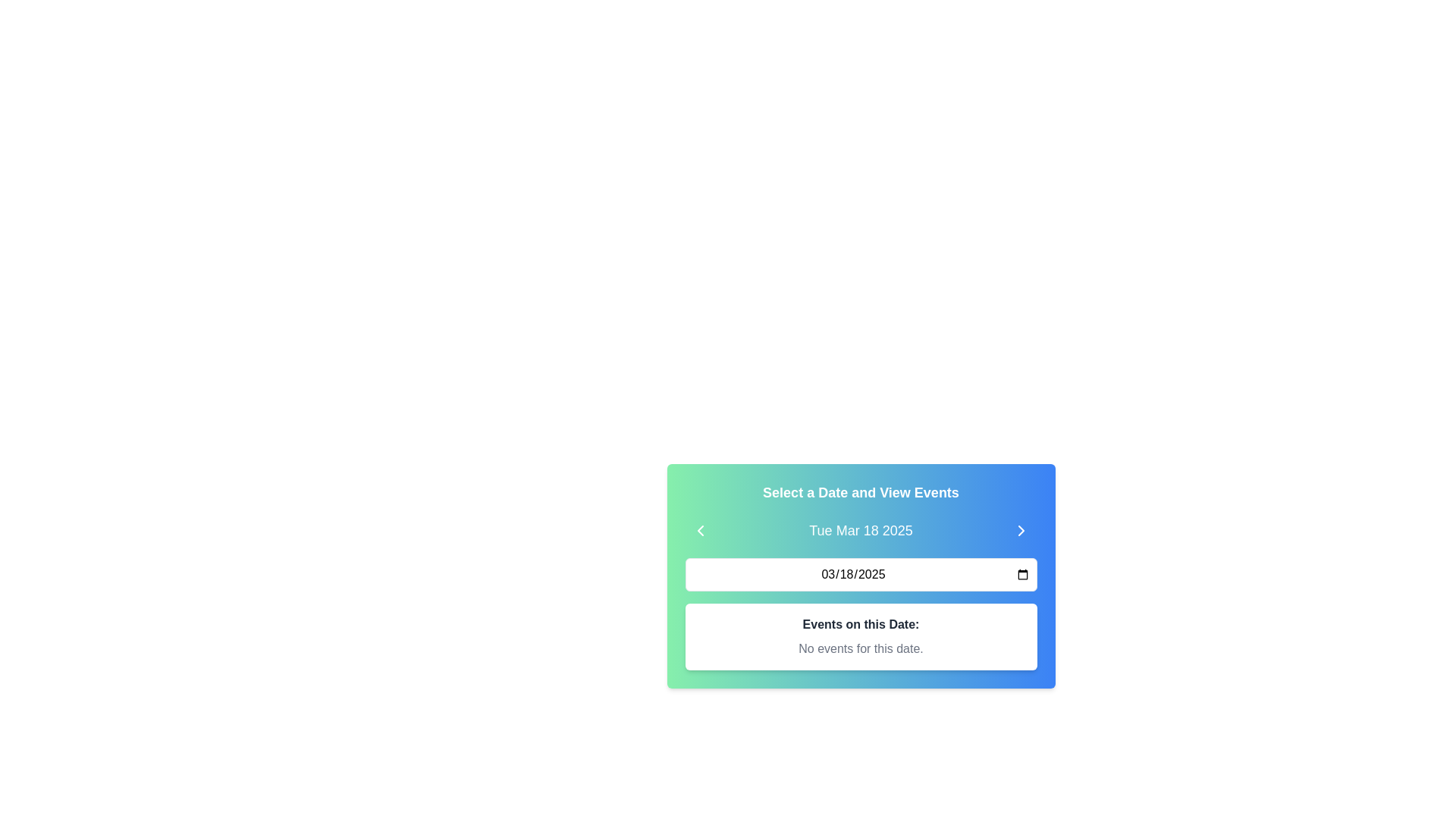 The width and height of the screenshot is (1456, 819). What do you see at coordinates (1021, 529) in the screenshot?
I see `the 'next' button located to the right of the displayed date 'Tue Mar 18 2025'` at bounding box center [1021, 529].